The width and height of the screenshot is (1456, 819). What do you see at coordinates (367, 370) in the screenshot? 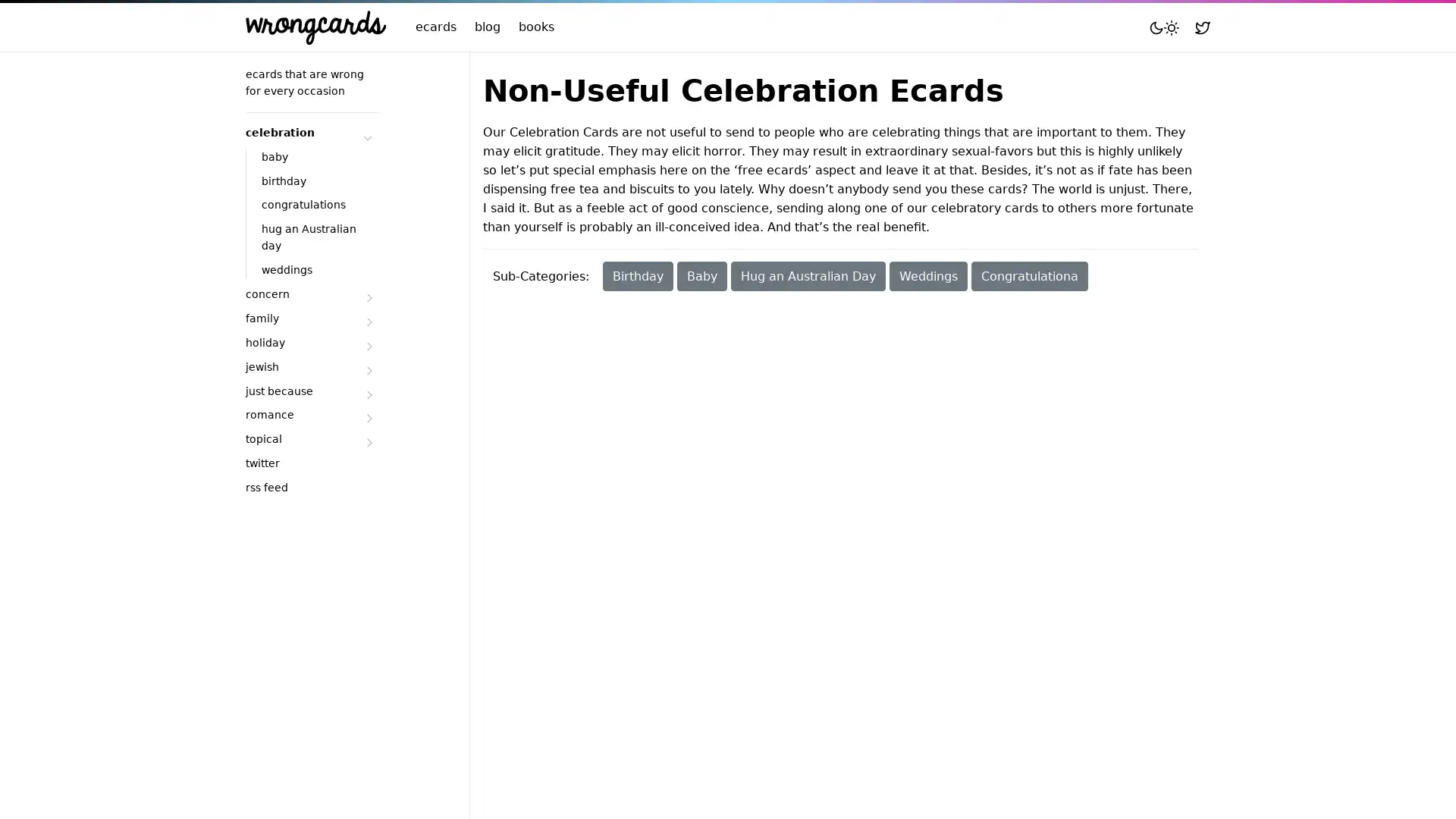
I see `Submenu` at bounding box center [367, 370].